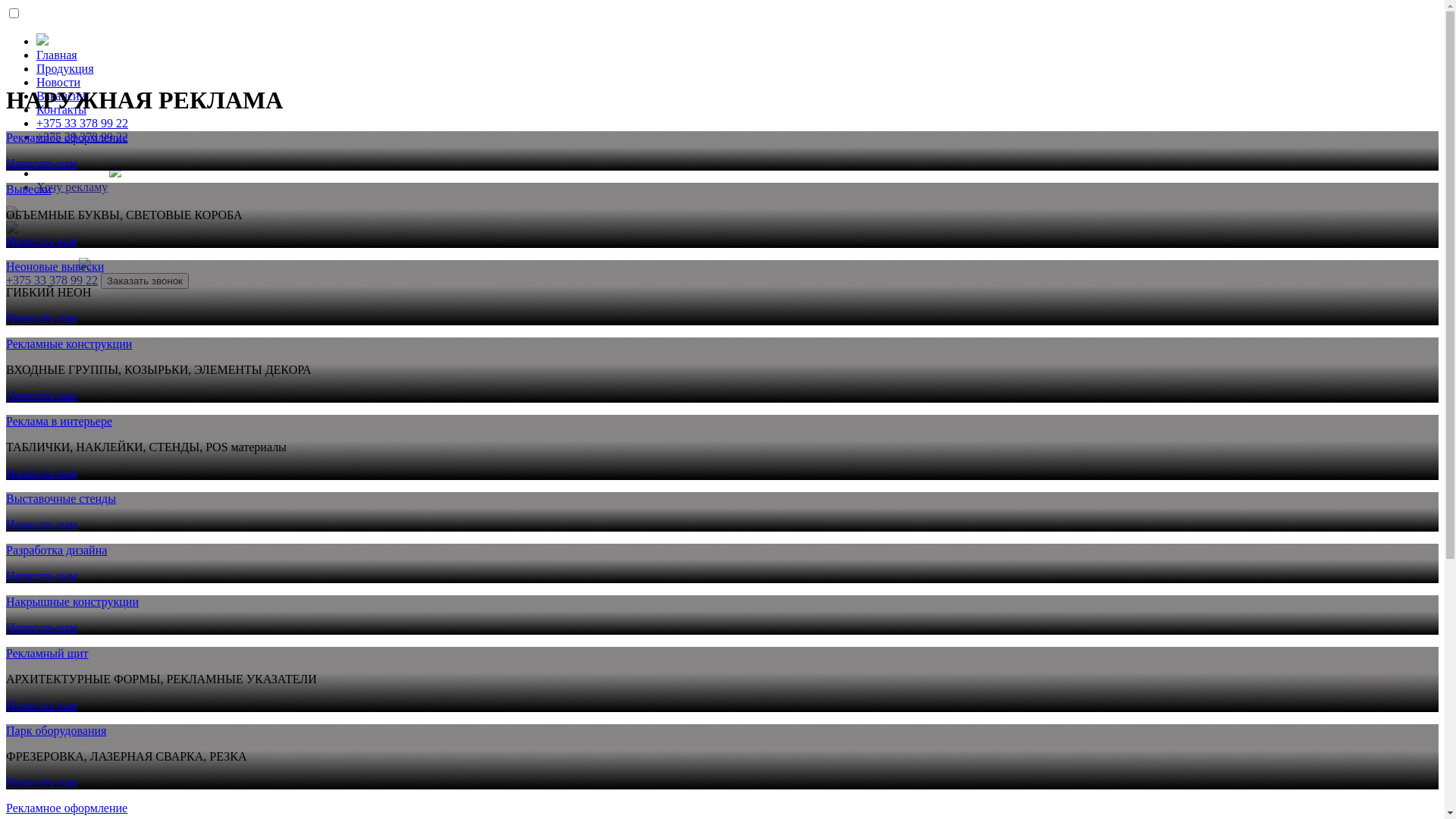 The height and width of the screenshot is (819, 1456). Describe the element at coordinates (81, 122) in the screenshot. I see `'+375 33 378 99 22'` at that location.